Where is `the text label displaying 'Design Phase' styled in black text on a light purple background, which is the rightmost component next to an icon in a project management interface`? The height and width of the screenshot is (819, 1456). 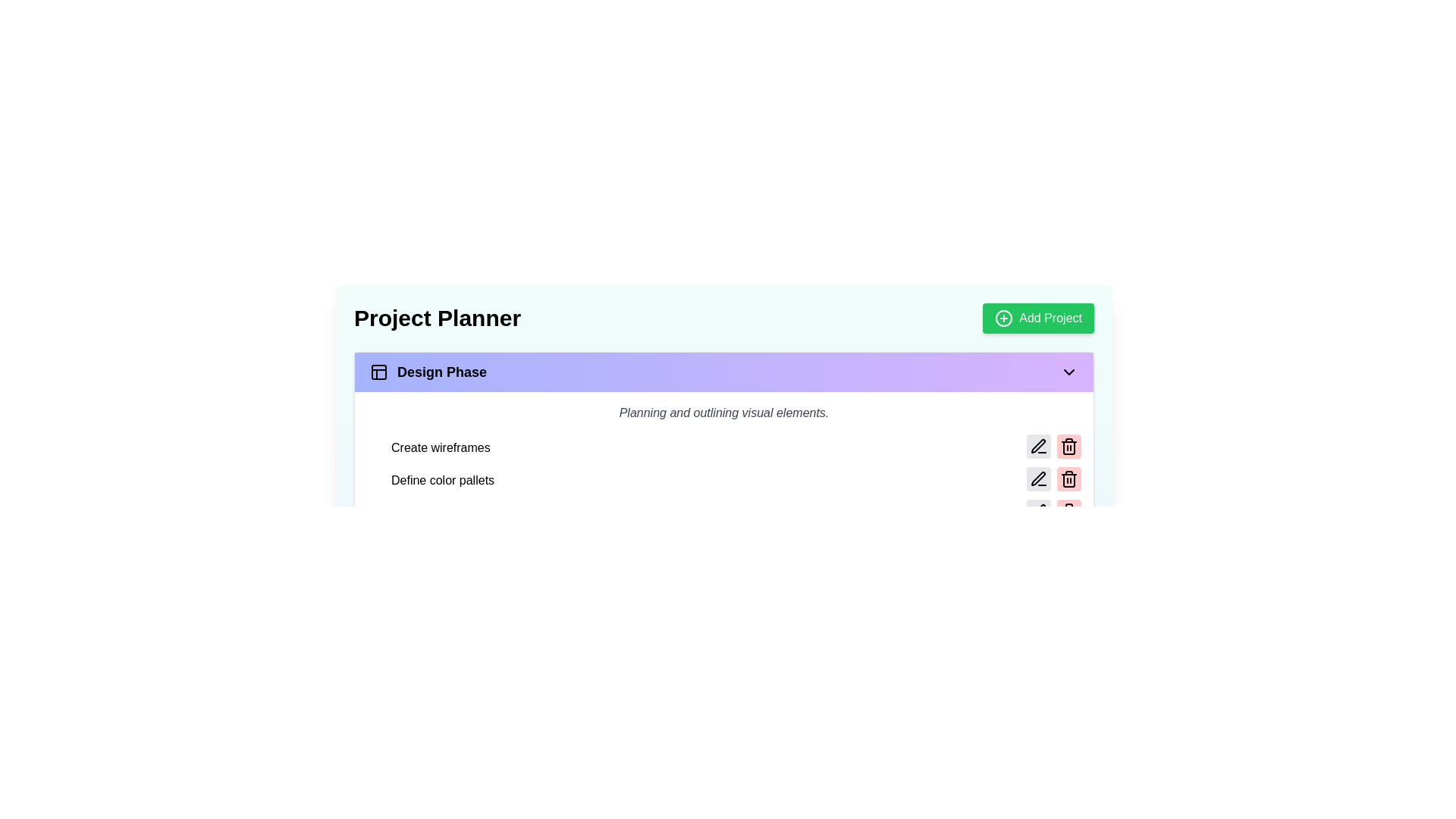 the text label displaying 'Design Phase' styled in black text on a light purple background, which is the rightmost component next to an icon in a project management interface is located at coordinates (441, 372).